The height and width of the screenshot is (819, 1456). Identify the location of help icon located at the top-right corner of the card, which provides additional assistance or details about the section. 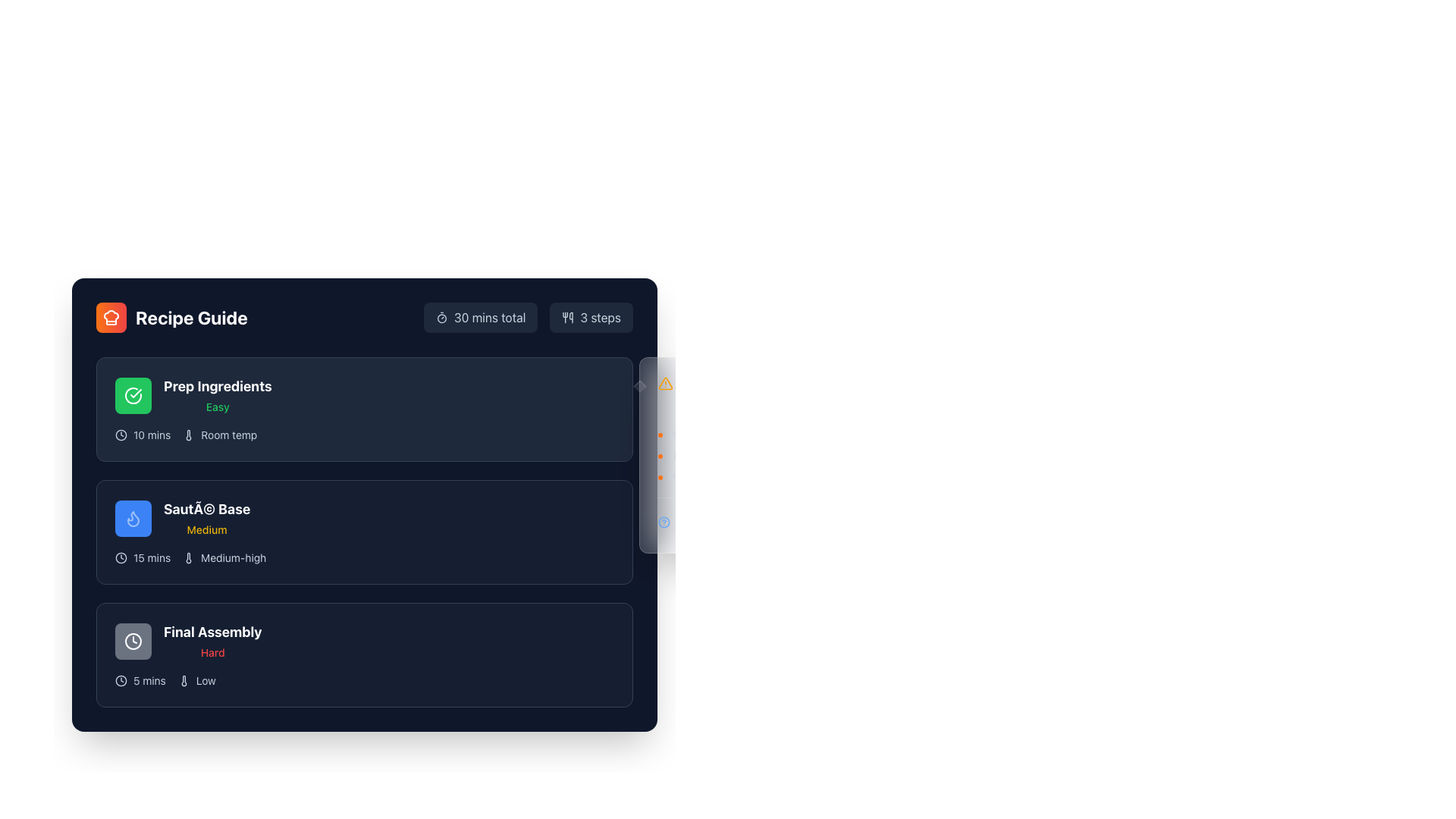
(664, 522).